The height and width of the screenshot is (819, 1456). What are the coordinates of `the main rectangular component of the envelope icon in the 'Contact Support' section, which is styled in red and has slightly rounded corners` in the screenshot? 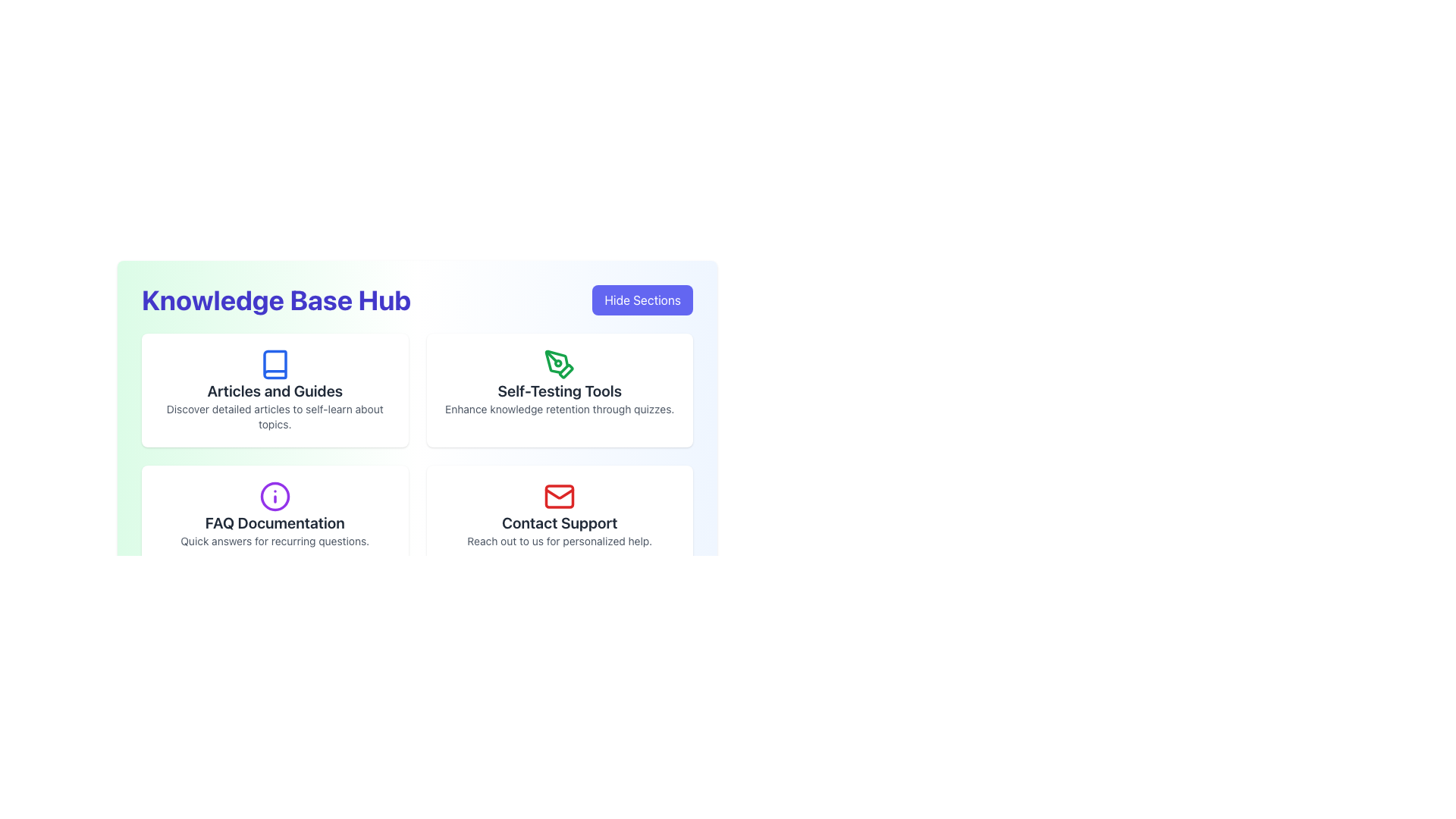 It's located at (559, 497).